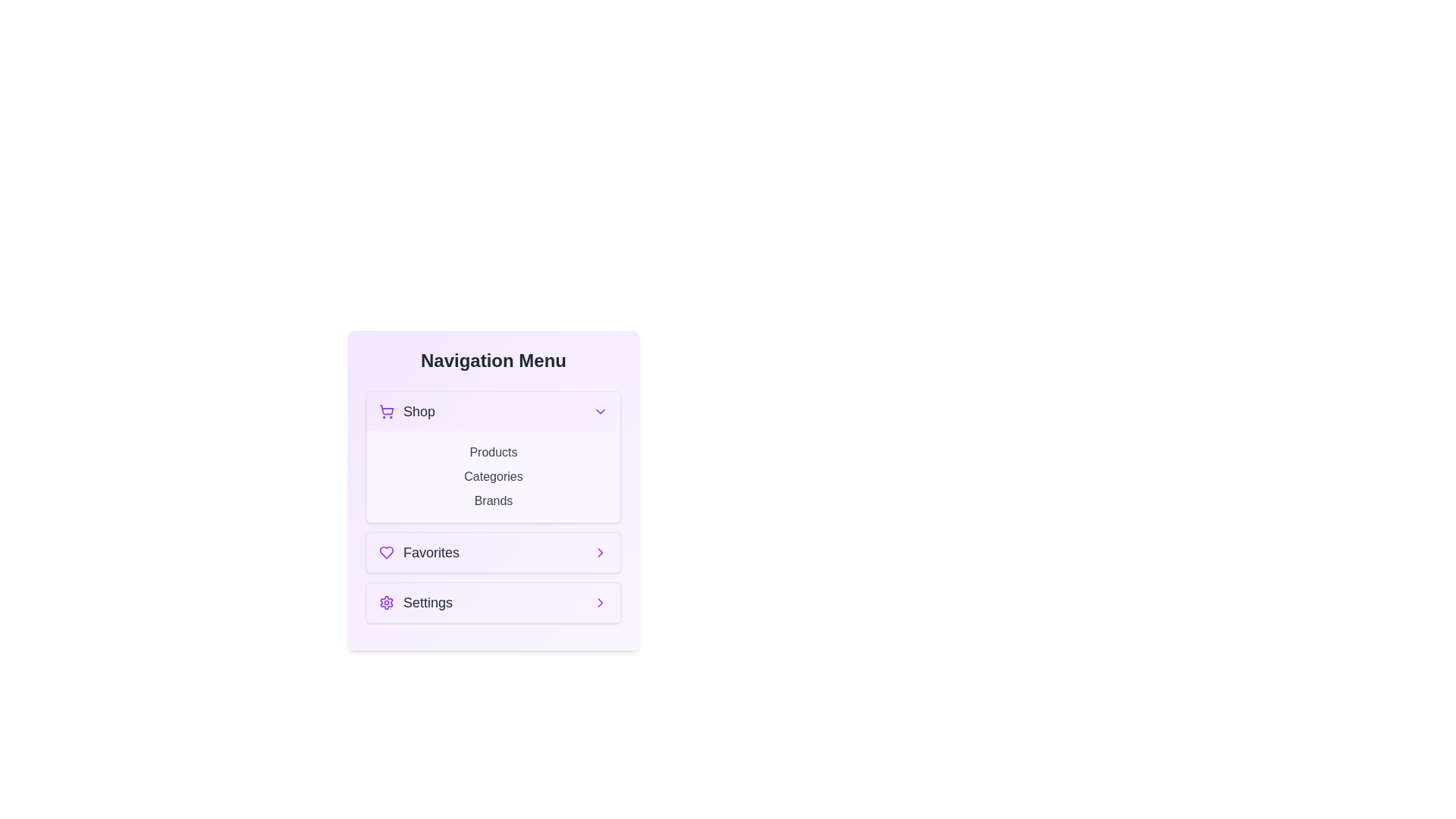 Image resolution: width=1456 pixels, height=819 pixels. I want to click on the purple downward-facing chevron icon located to the right of the 'Shop' button in the navigation menu, so click(600, 412).